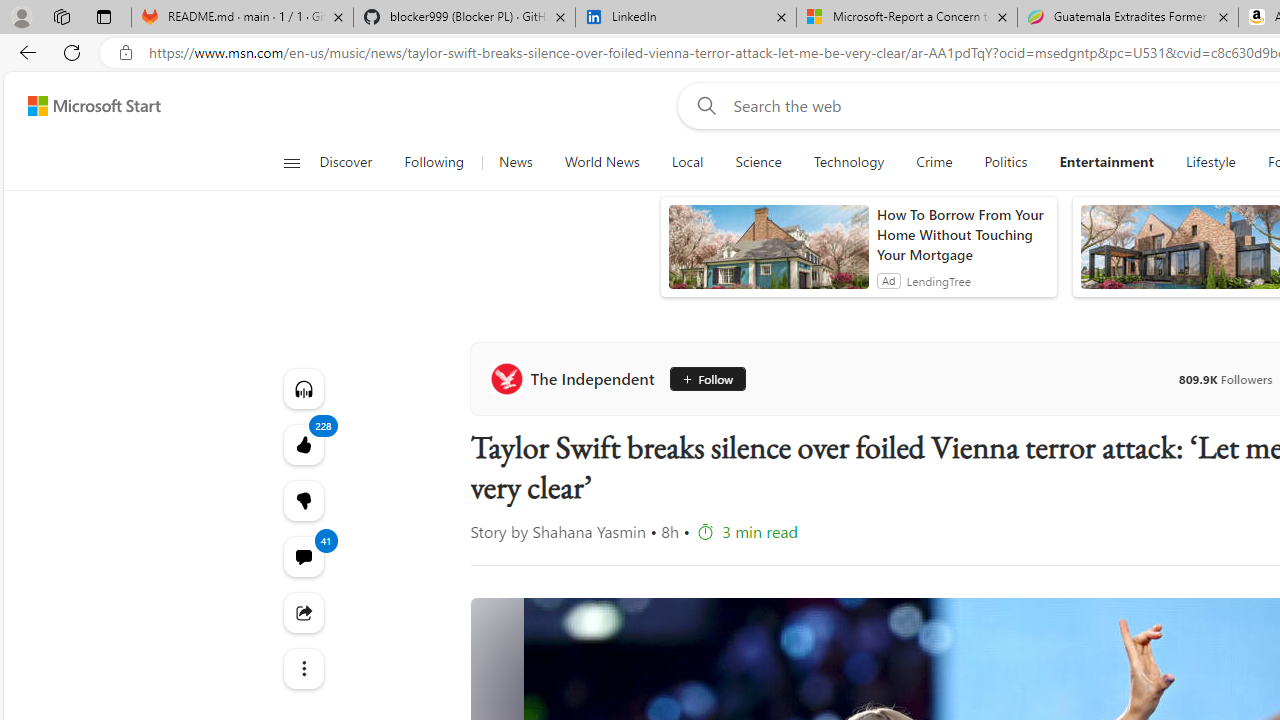 Image resolution: width=1280 pixels, height=720 pixels. Describe the element at coordinates (302, 556) in the screenshot. I see `'View comments 41 Comment'` at that location.